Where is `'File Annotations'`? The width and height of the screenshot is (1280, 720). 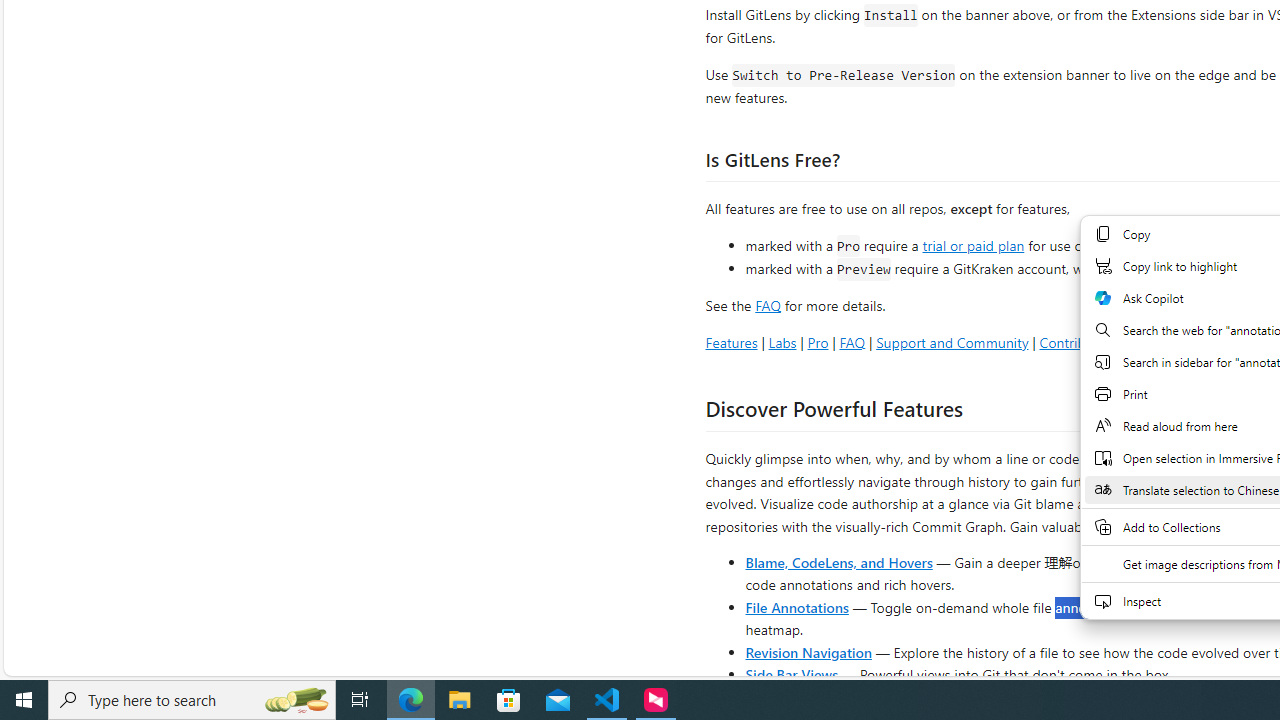 'File Annotations' is located at coordinates (795, 605).